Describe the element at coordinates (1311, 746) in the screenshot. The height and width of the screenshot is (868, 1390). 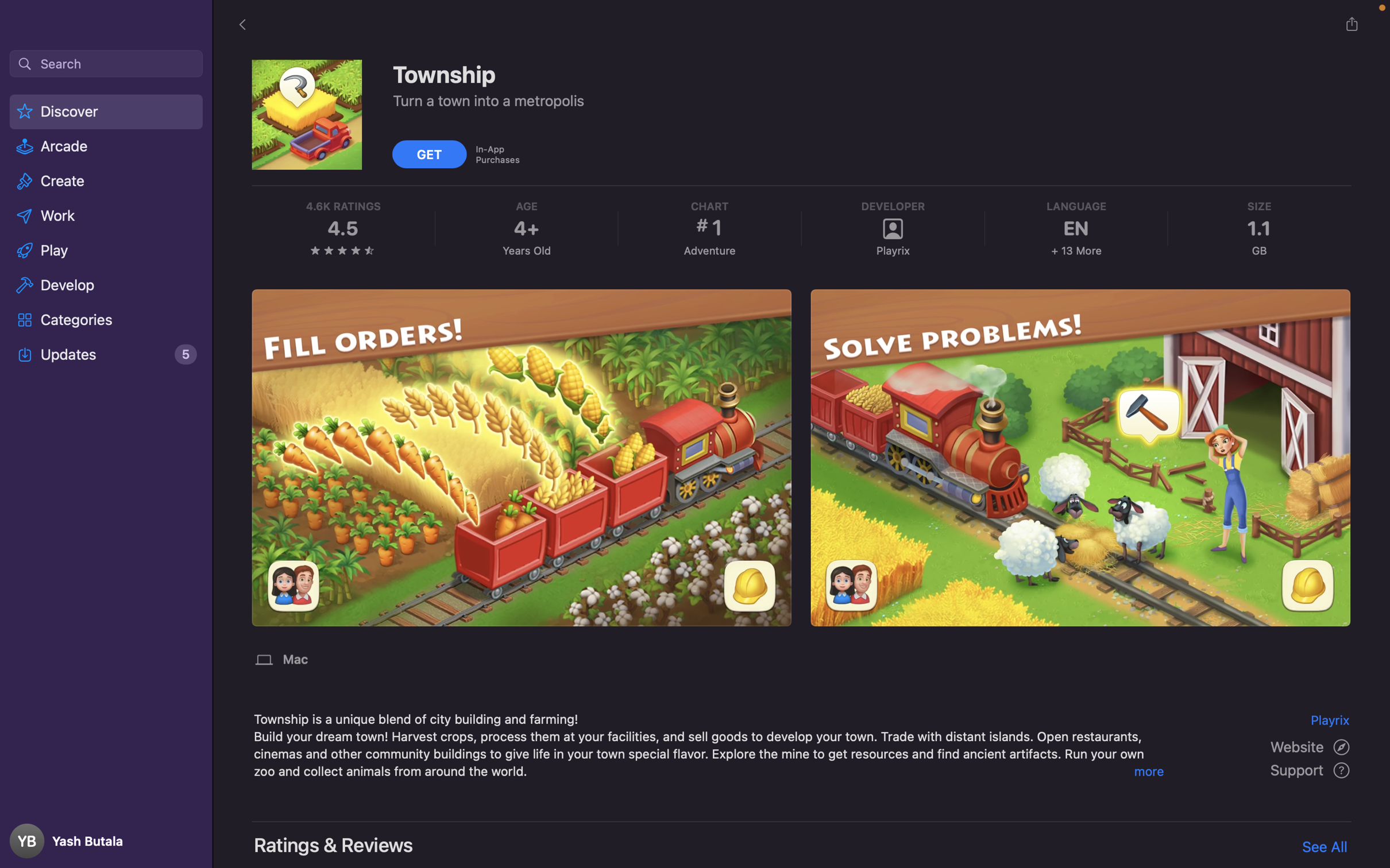
I see `the application"s webpage` at that location.